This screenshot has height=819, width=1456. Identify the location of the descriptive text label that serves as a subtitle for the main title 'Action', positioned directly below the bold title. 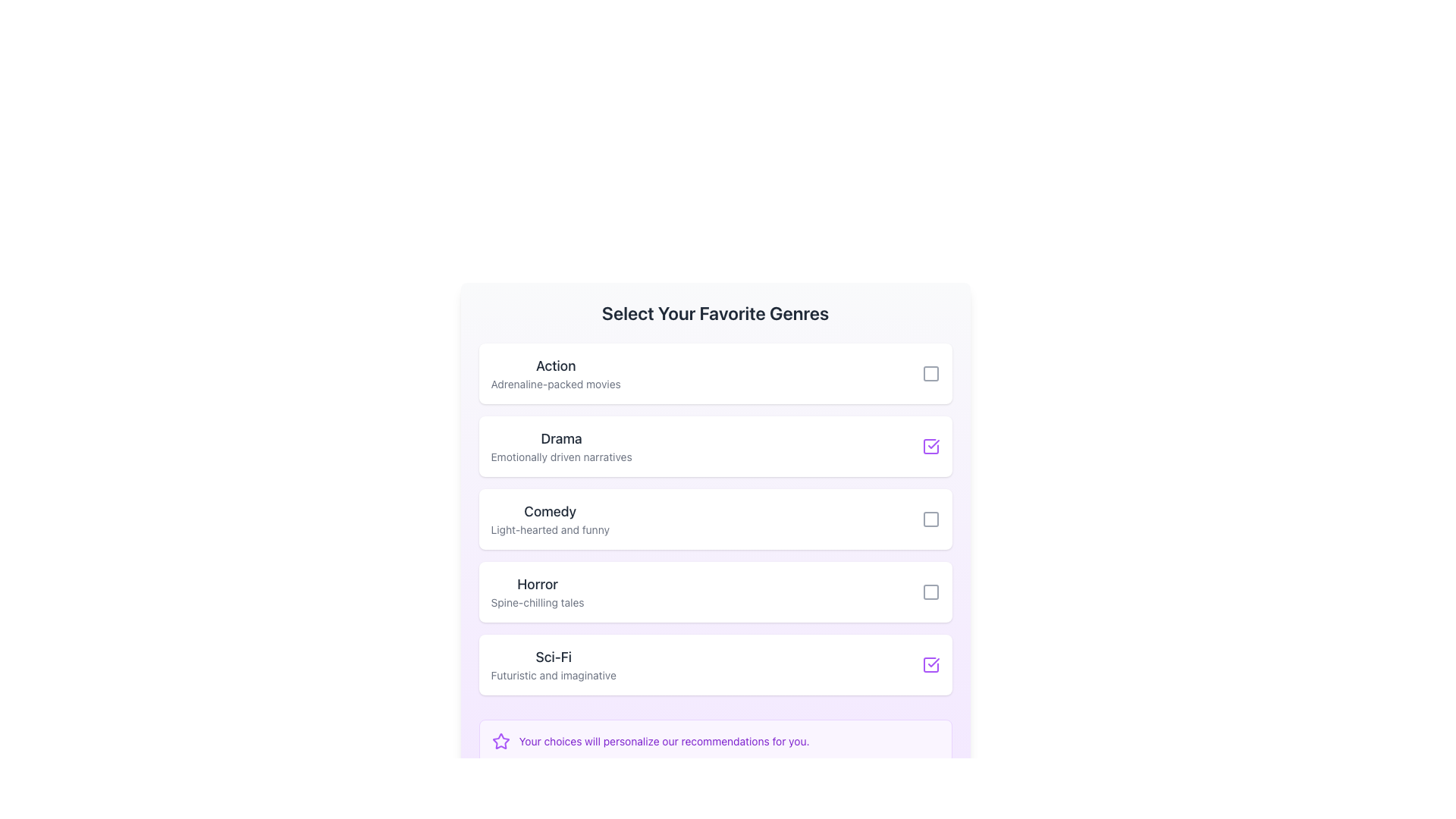
(555, 383).